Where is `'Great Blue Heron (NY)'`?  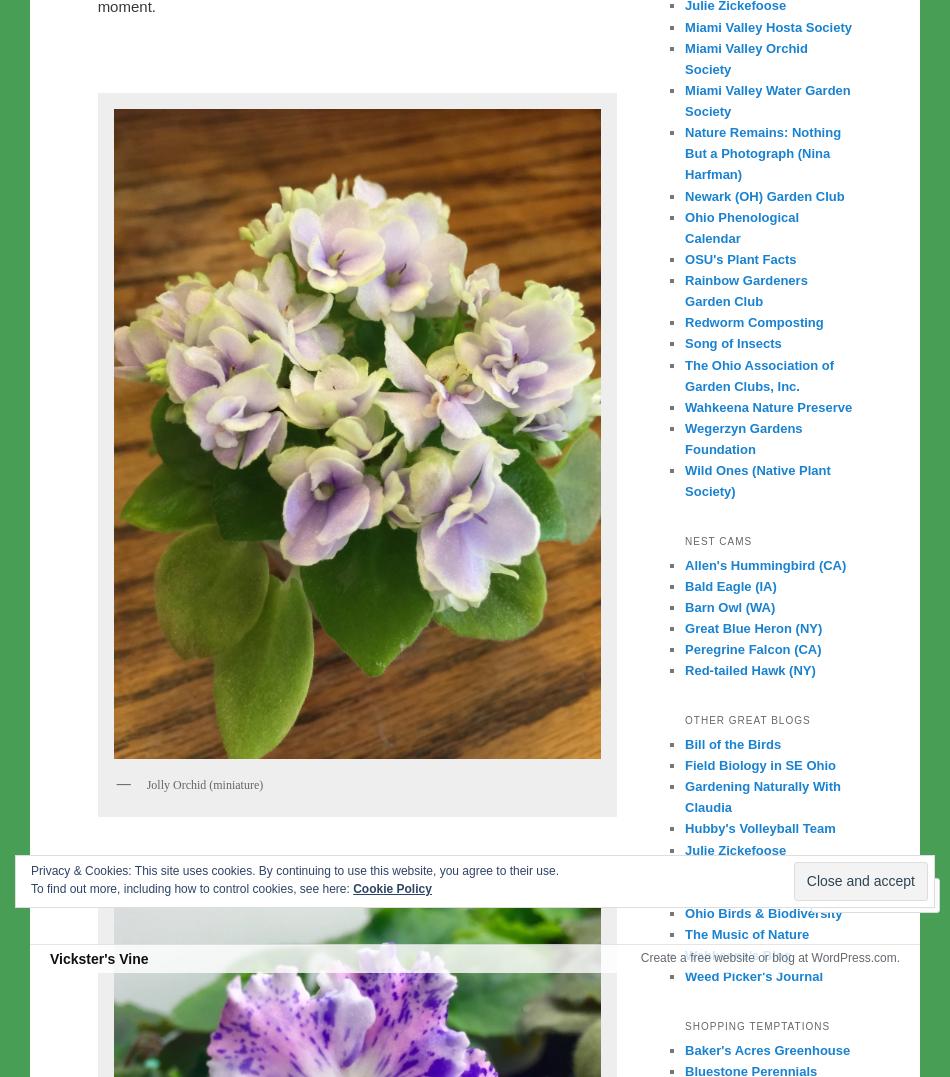
'Great Blue Heron (NY)' is located at coordinates (752, 628).